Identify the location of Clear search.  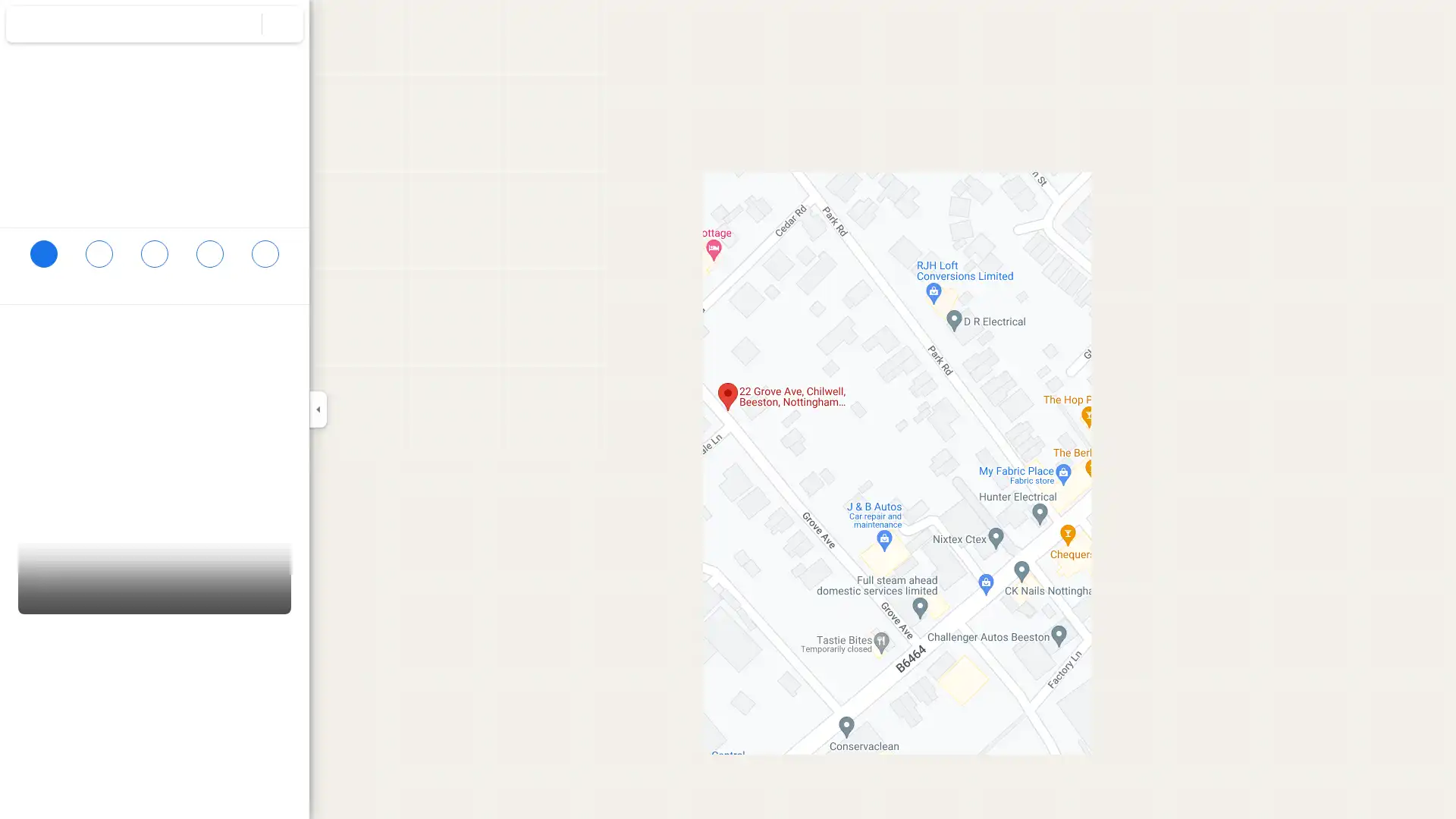
(283, 24).